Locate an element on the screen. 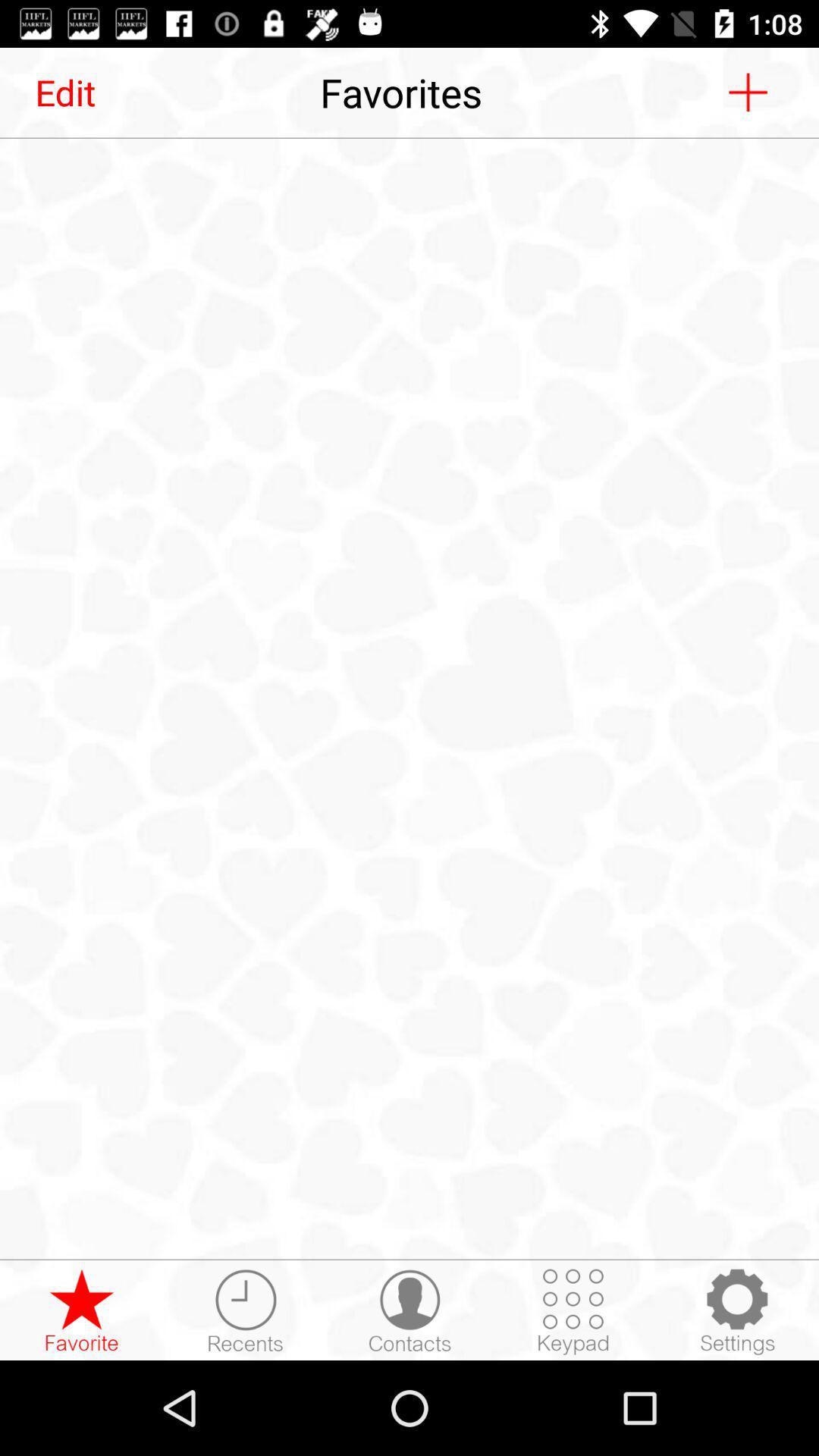  keypad input is located at coordinates (573, 1310).